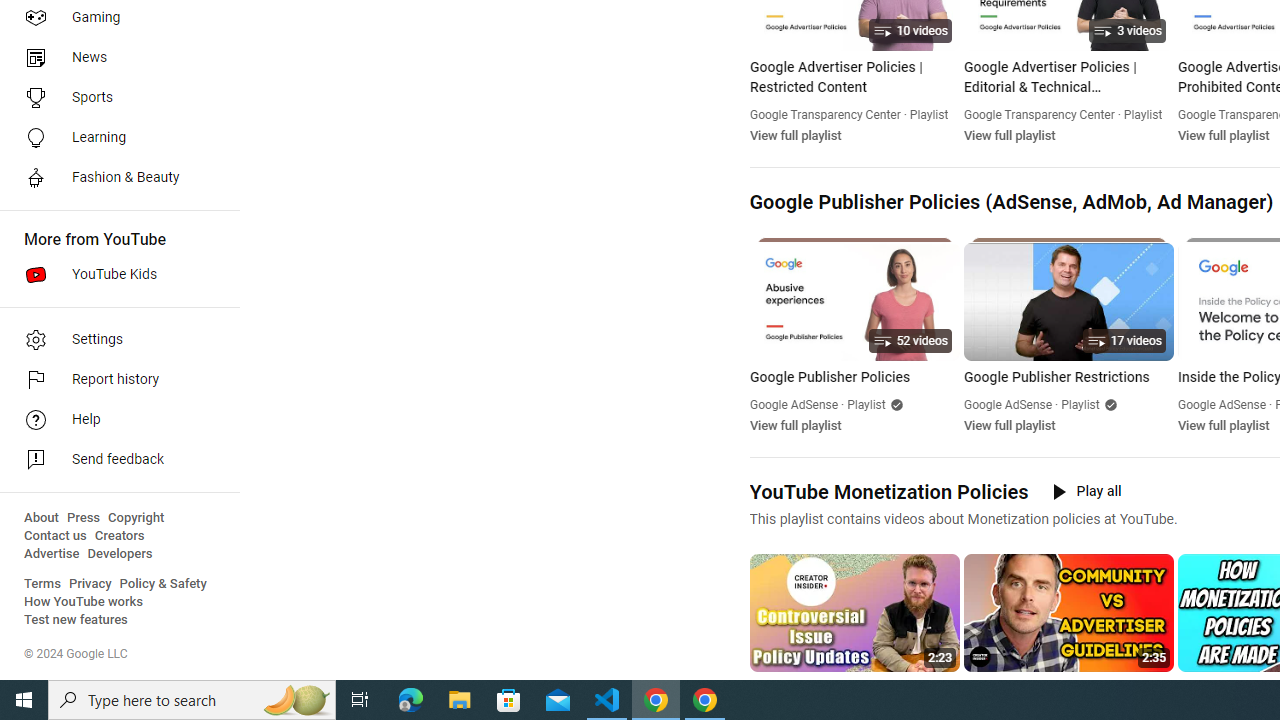  What do you see at coordinates (76, 619) in the screenshot?
I see `'Test new features'` at bounding box center [76, 619].